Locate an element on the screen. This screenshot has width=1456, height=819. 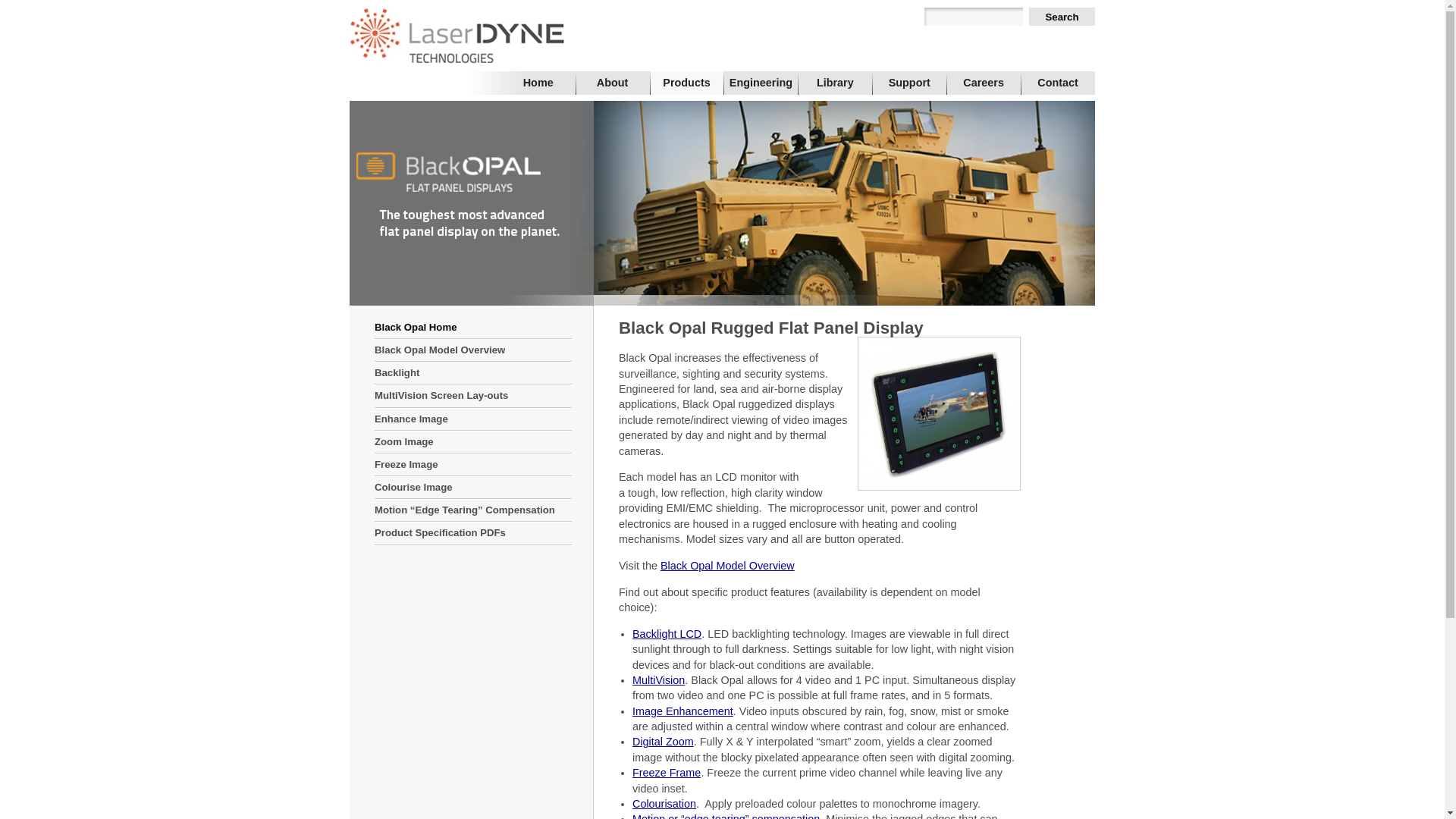
'MultiVision' is located at coordinates (658, 679).